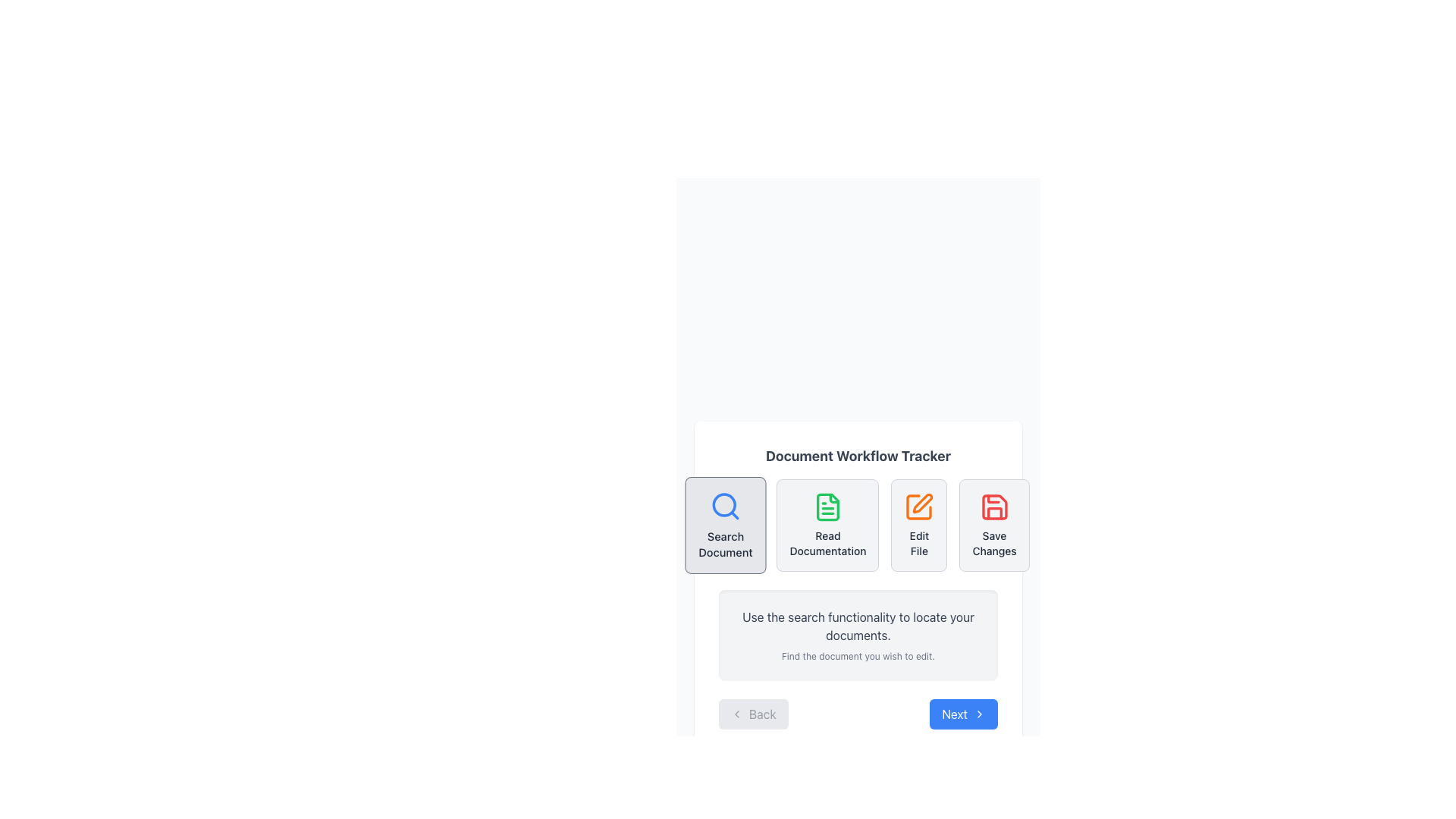 The image size is (1456, 819). Describe the element at coordinates (827, 525) in the screenshot. I see `the documentation button located in the top-center portion of the interface, which is the second button in a row of four, following the 'Search Document' button` at that location.